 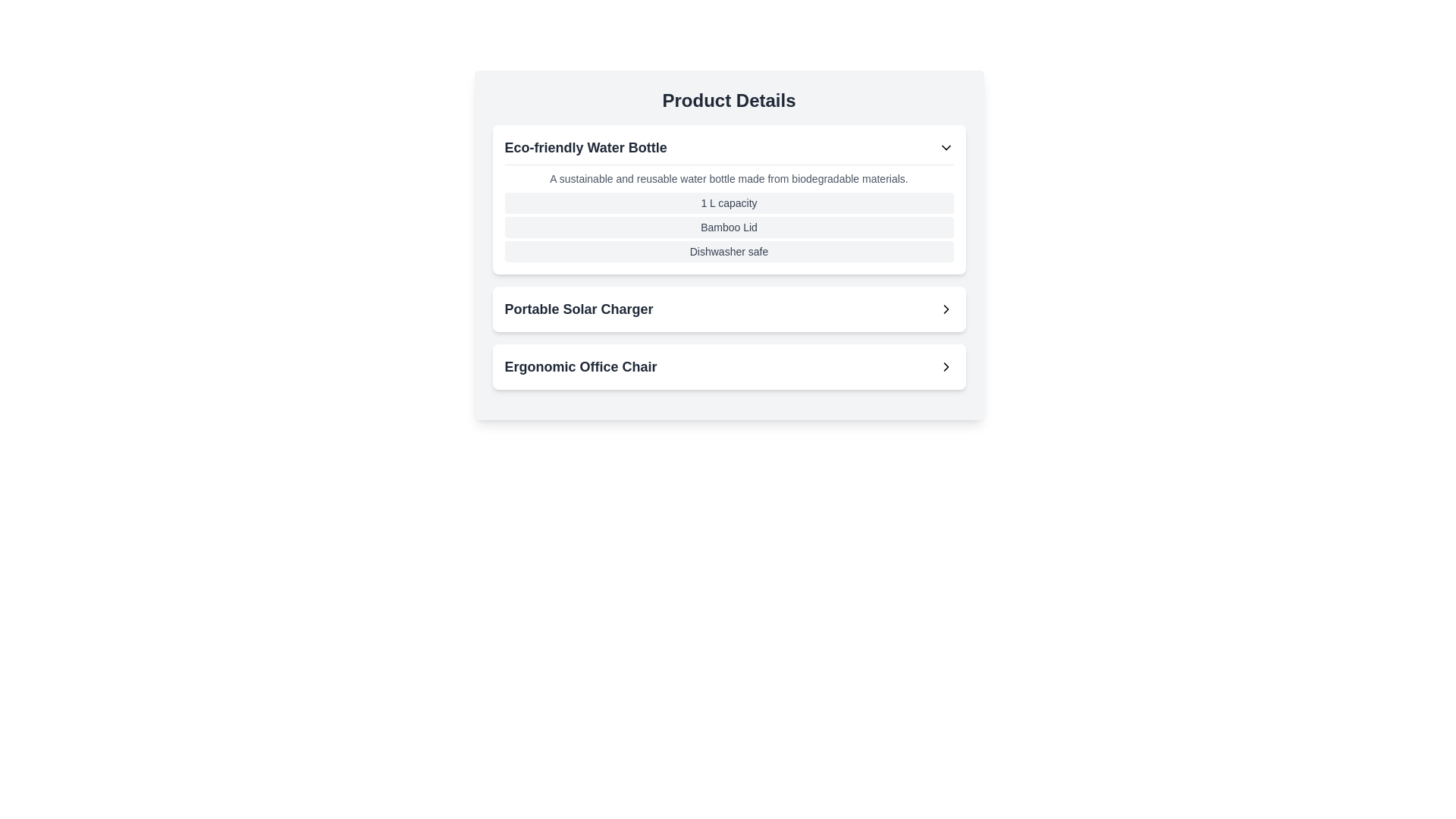 I want to click on text 'Bamboo Lid' displayed in a small, gray font within the 'Product Details' section under 'Eco-friendly Water Bottle', so click(x=729, y=227).